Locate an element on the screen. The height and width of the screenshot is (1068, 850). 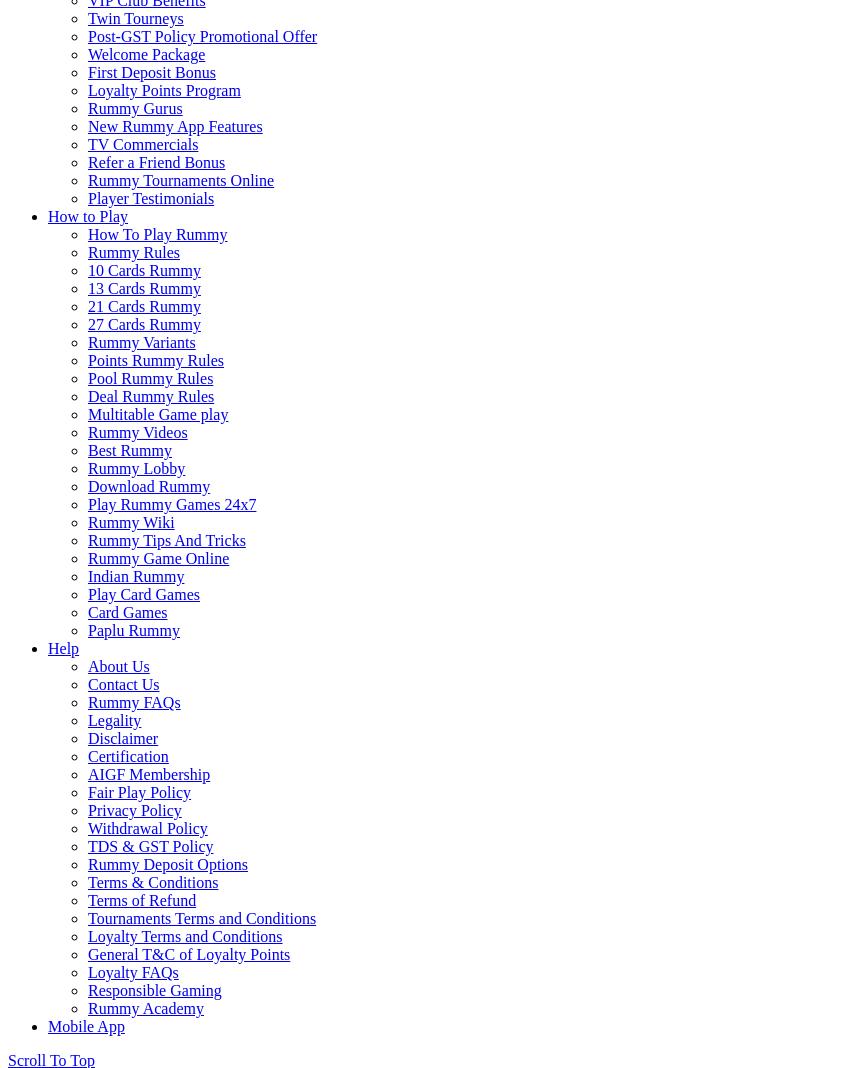
'AIGF Membership' is located at coordinates (86, 774).